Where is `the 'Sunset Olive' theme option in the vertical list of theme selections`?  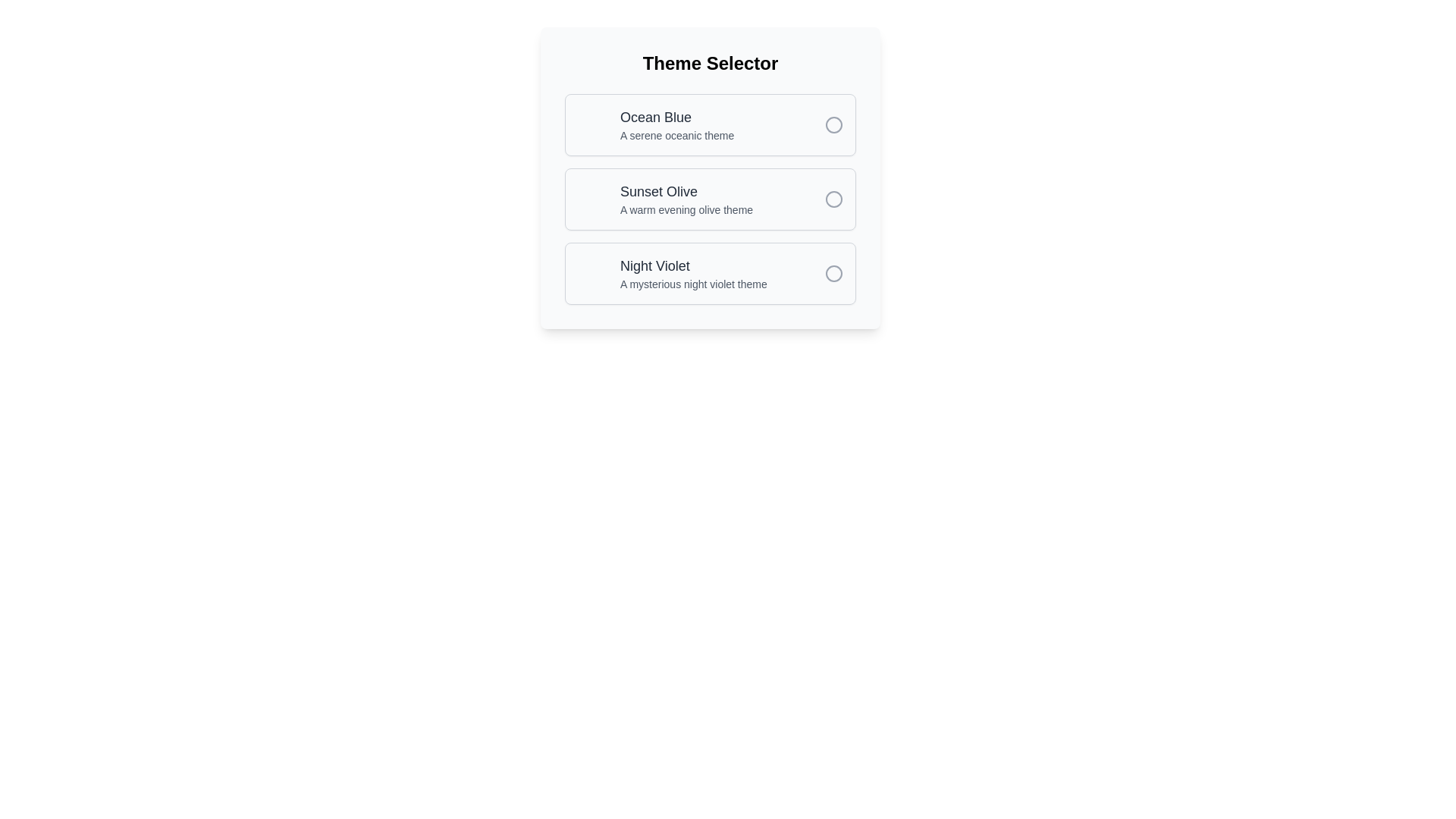 the 'Sunset Olive' theme option in the vertical list of theme selections is located at coordinates (709, 177).